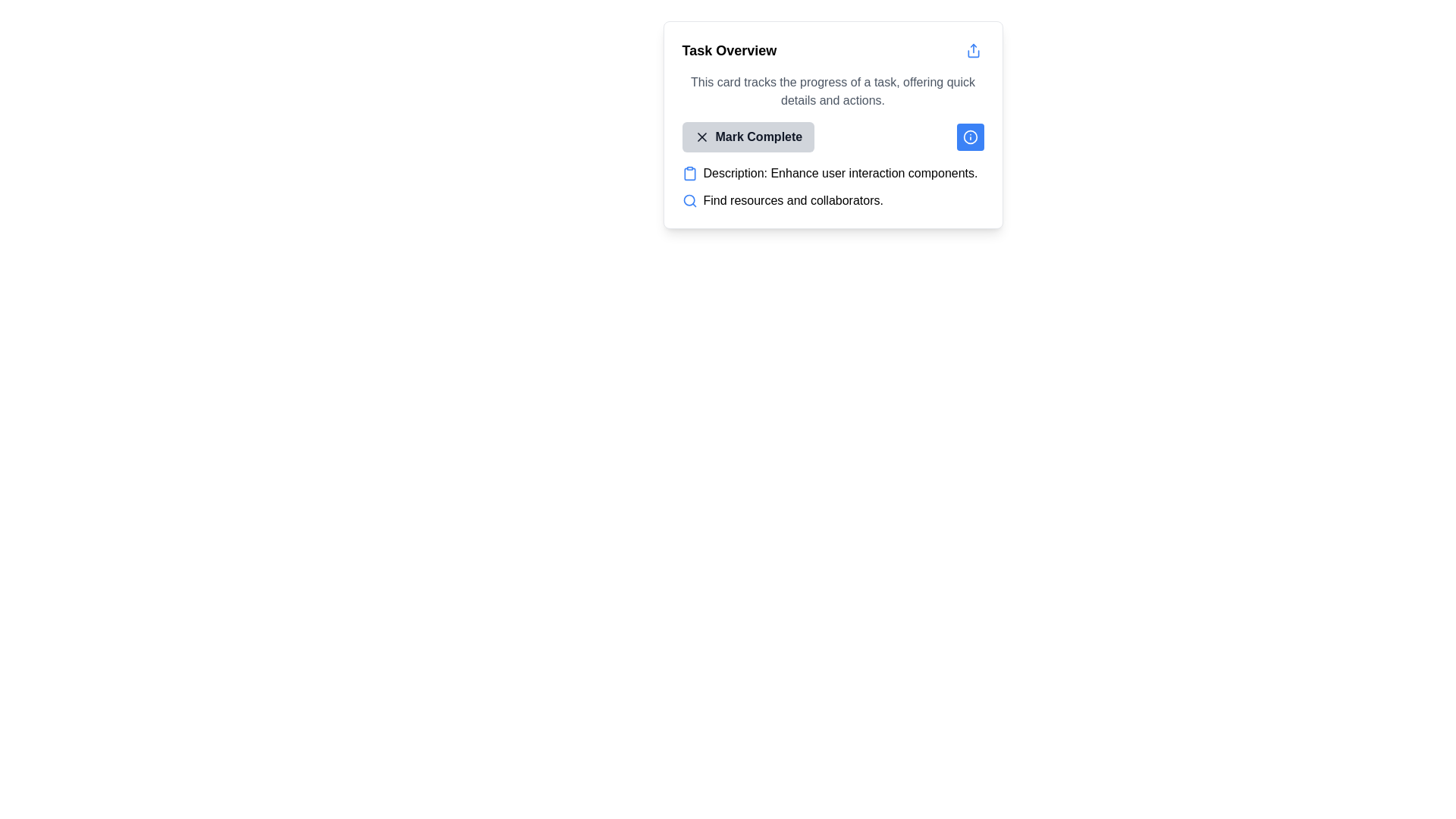 Image resolution: width=1456 pixels, height=819 pixels. Describe the element at coordinates (748, 137) in the screenshot. I see `the 'Mark as Completed' button located at the top-left portion of the 'Task Overview' card` at that location.